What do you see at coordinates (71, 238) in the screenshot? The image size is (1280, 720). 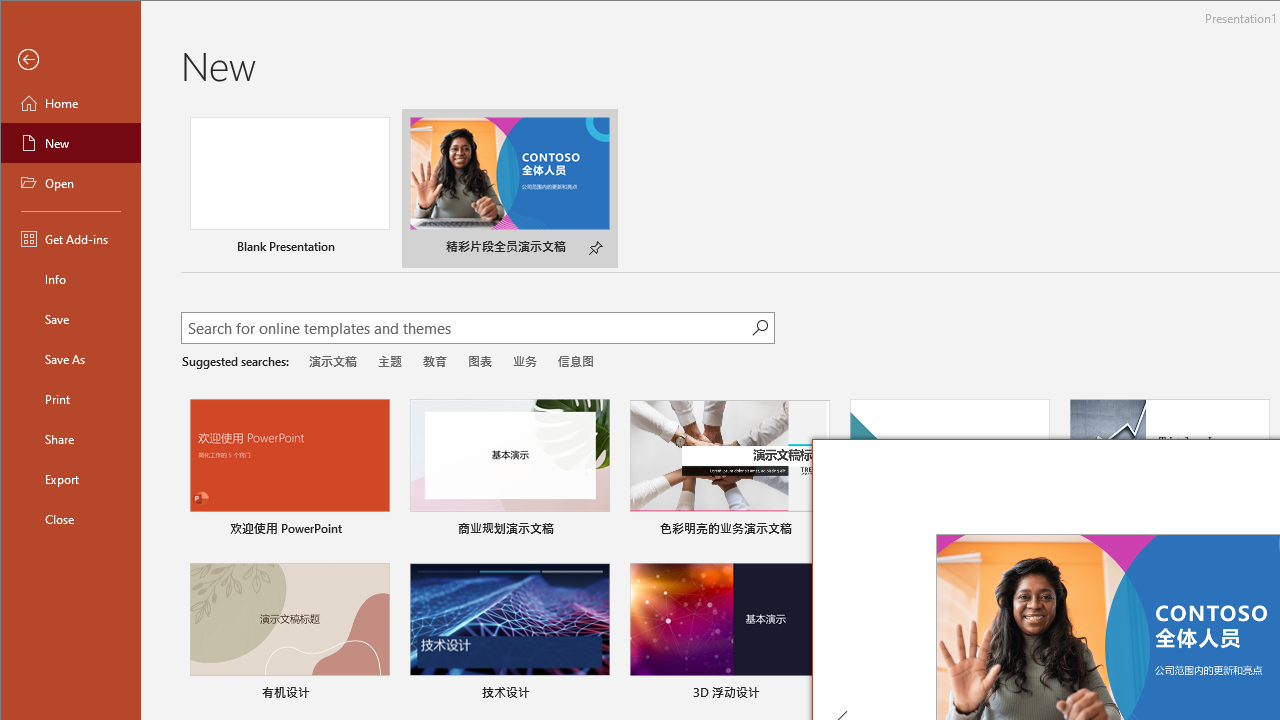 I see `'Get Add-ins'` at bounding box center [71, 238].